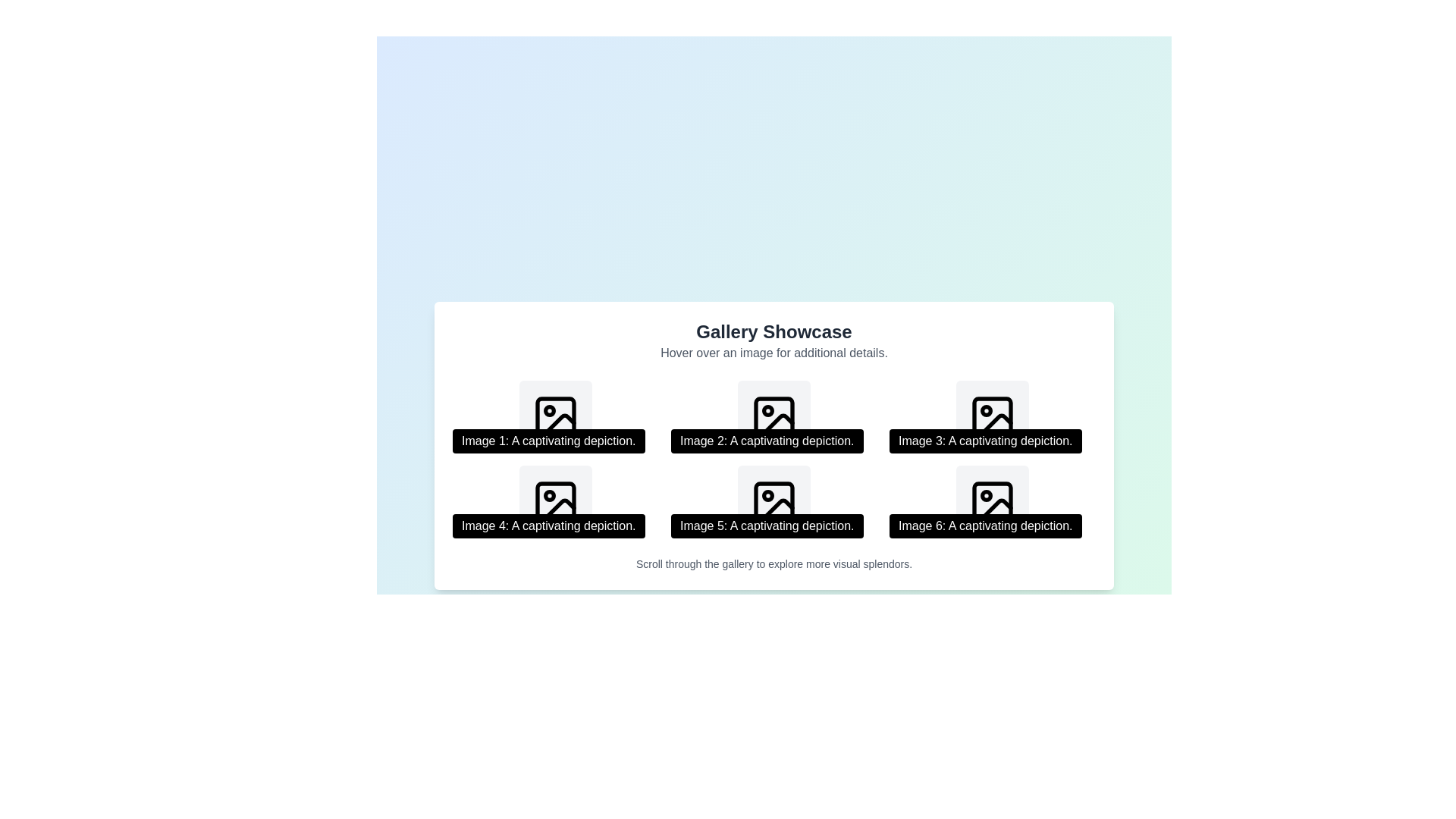  What do you see at coordinates (993, 417) in the screenshot?
I see `the decorative graphical component that forms part of the visual structure of the third image icon in the first row of the gallery grid` at bounding box center [993, 417].